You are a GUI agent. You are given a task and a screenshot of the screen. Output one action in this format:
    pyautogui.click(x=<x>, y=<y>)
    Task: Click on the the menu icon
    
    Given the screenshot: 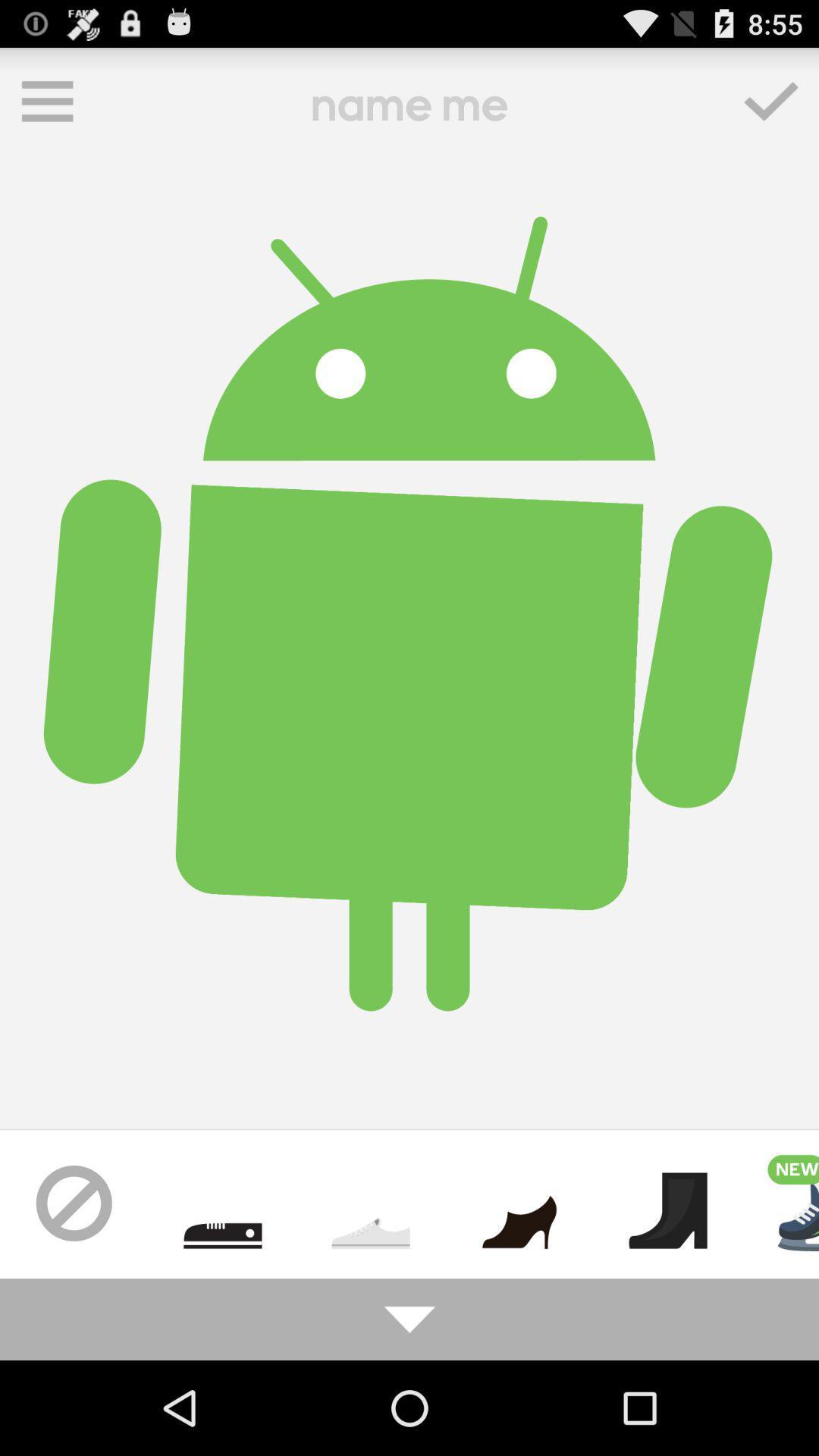 What is the action you would take?
    pyautogui.click(x=46, y=108)
    